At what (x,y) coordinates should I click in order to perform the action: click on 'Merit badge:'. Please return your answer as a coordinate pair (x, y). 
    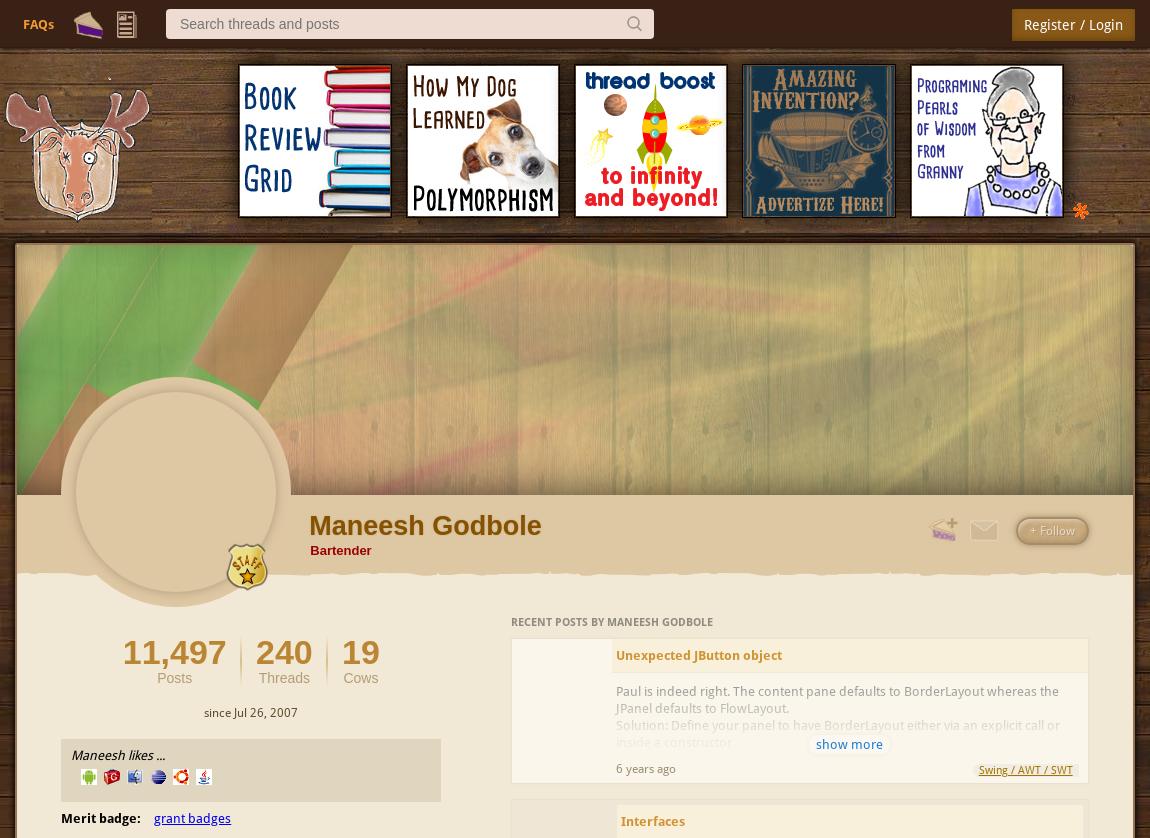
    Looking at the image, I should click on (99, 816).